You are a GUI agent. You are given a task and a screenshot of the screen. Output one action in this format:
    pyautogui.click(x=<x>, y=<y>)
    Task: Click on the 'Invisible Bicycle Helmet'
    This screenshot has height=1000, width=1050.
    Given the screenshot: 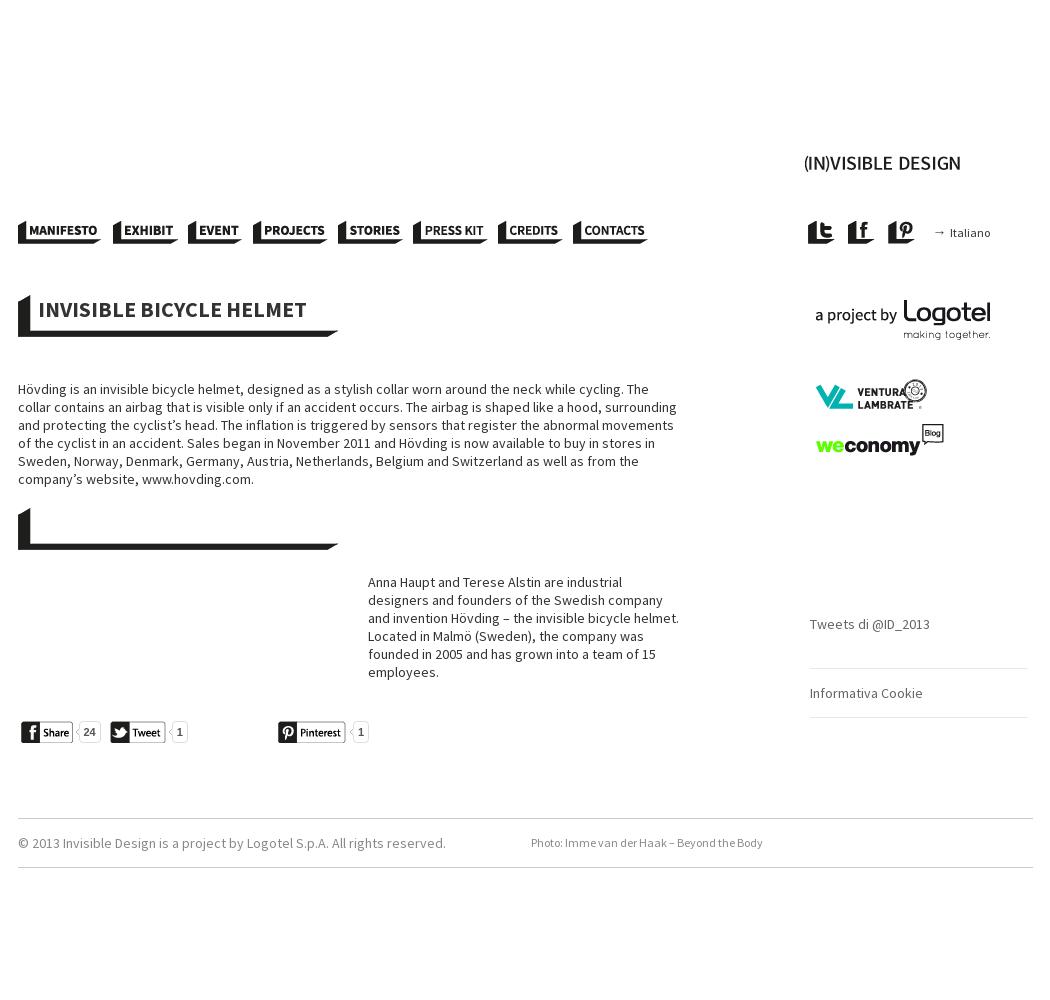 What is the action you would take?
    pyautogui.click(x=36, y=309)
    